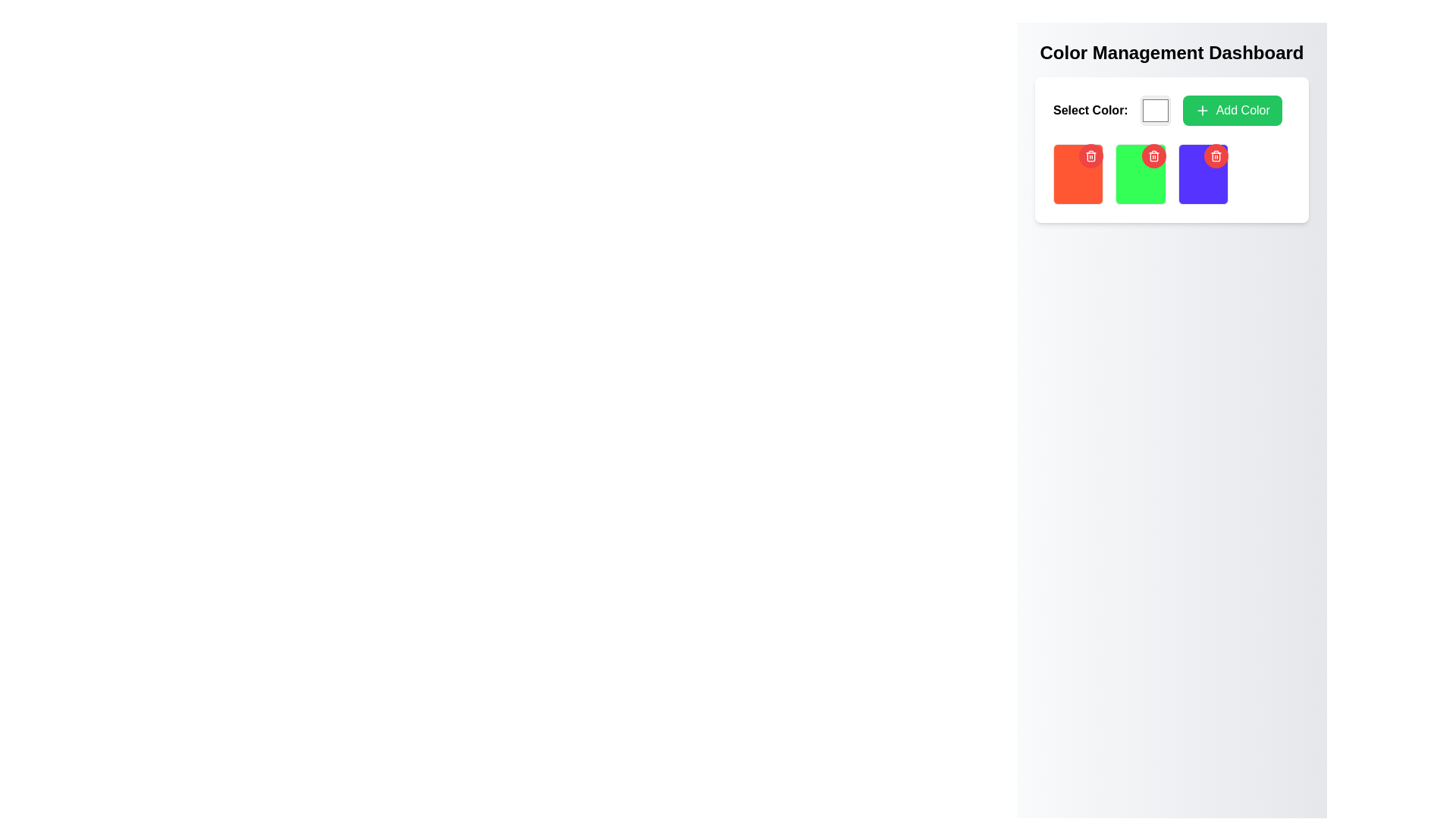 The width and height of the screenshot is (1456, 819). What do you see at coordinates (1090, 155) in the screenshot?
I see `the delete button located in the top-right corner of the first red color card under the 'Select Color' section of the 'Color Management Dashboard' to observe the hover effect` at bounding box center [1090, 155].